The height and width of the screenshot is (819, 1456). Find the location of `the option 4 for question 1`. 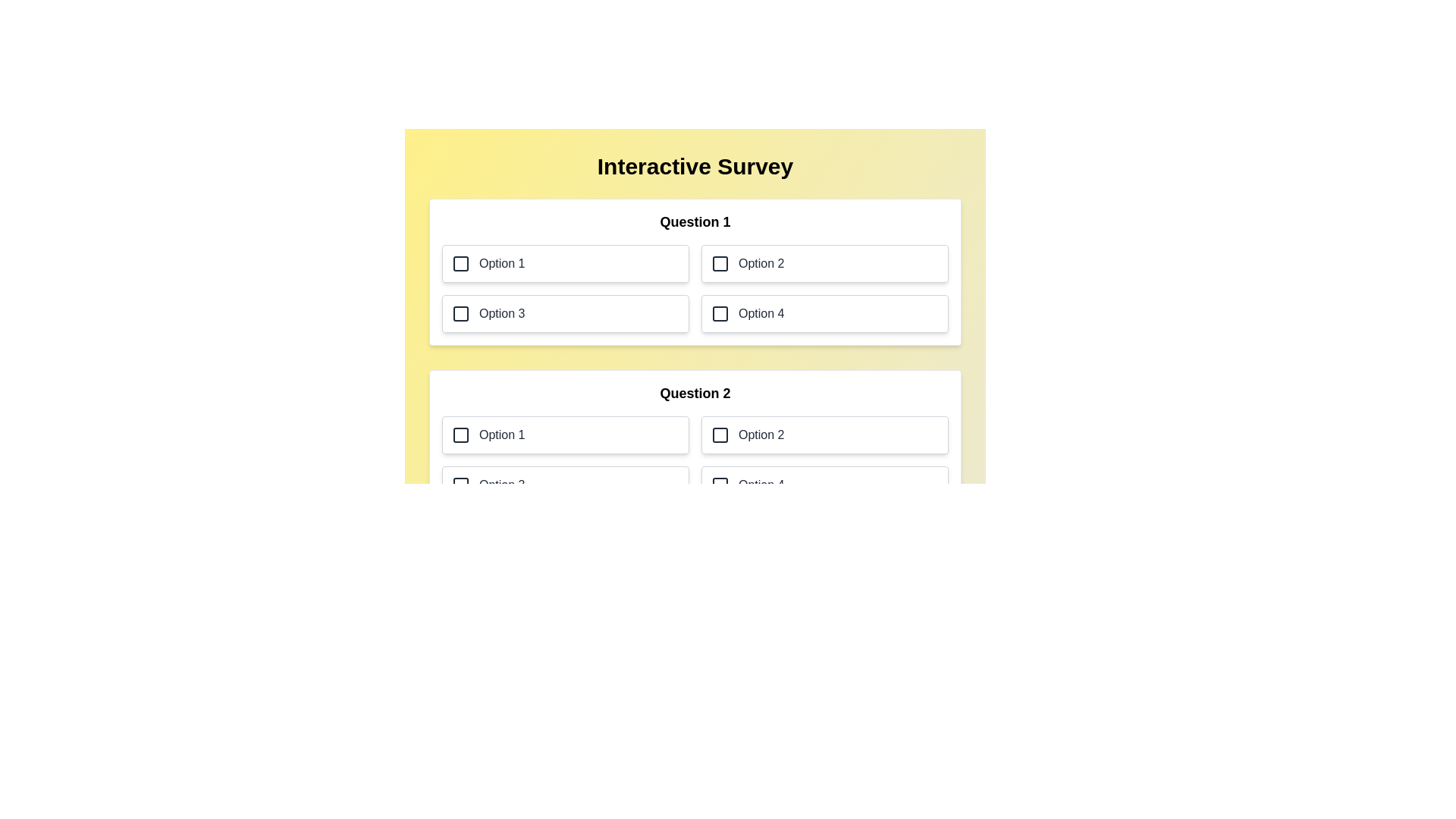

the option 4 for question 1 is located at coordinates (824, 312).